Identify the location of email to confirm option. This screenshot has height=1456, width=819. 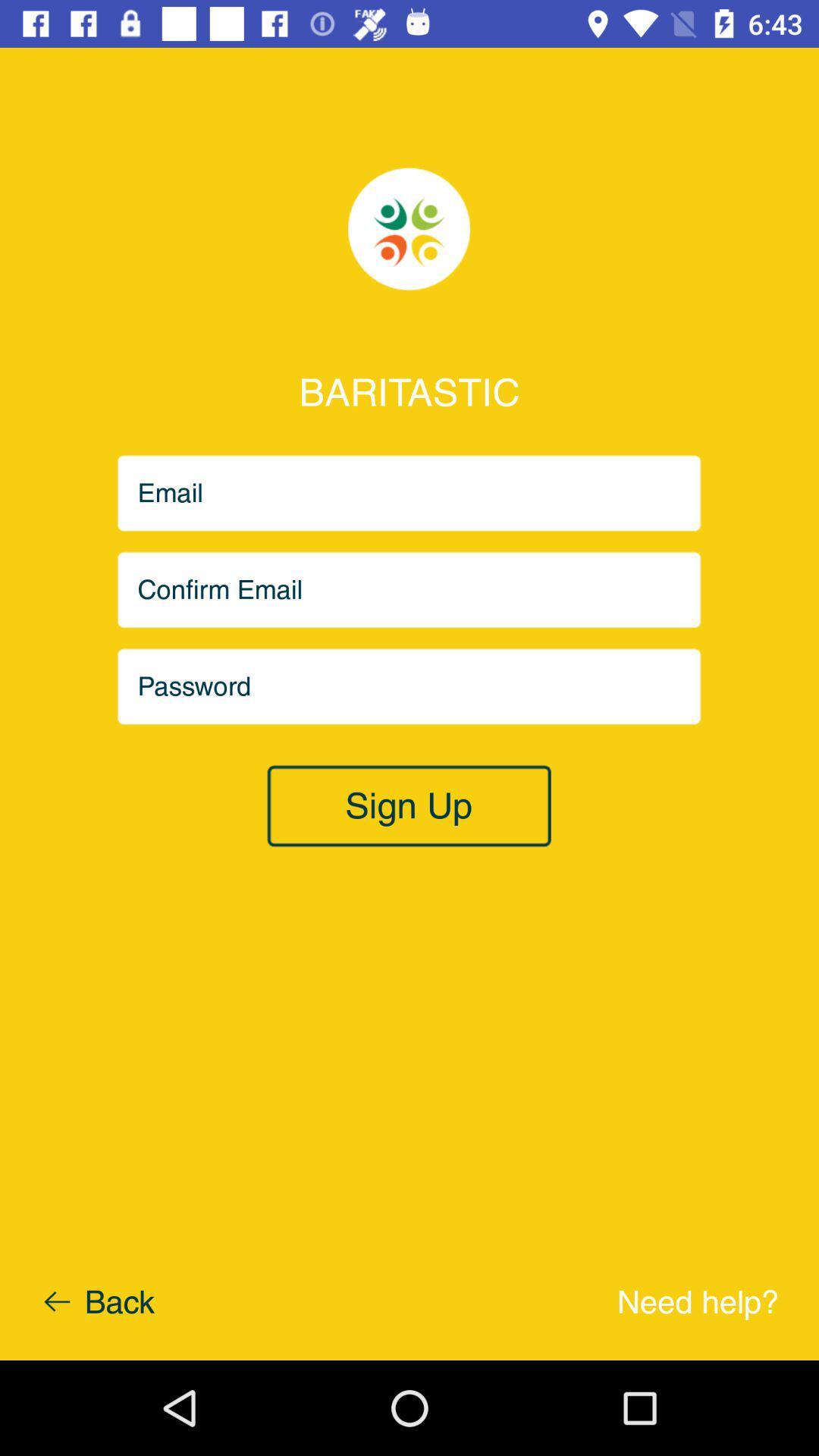
(409, 589).